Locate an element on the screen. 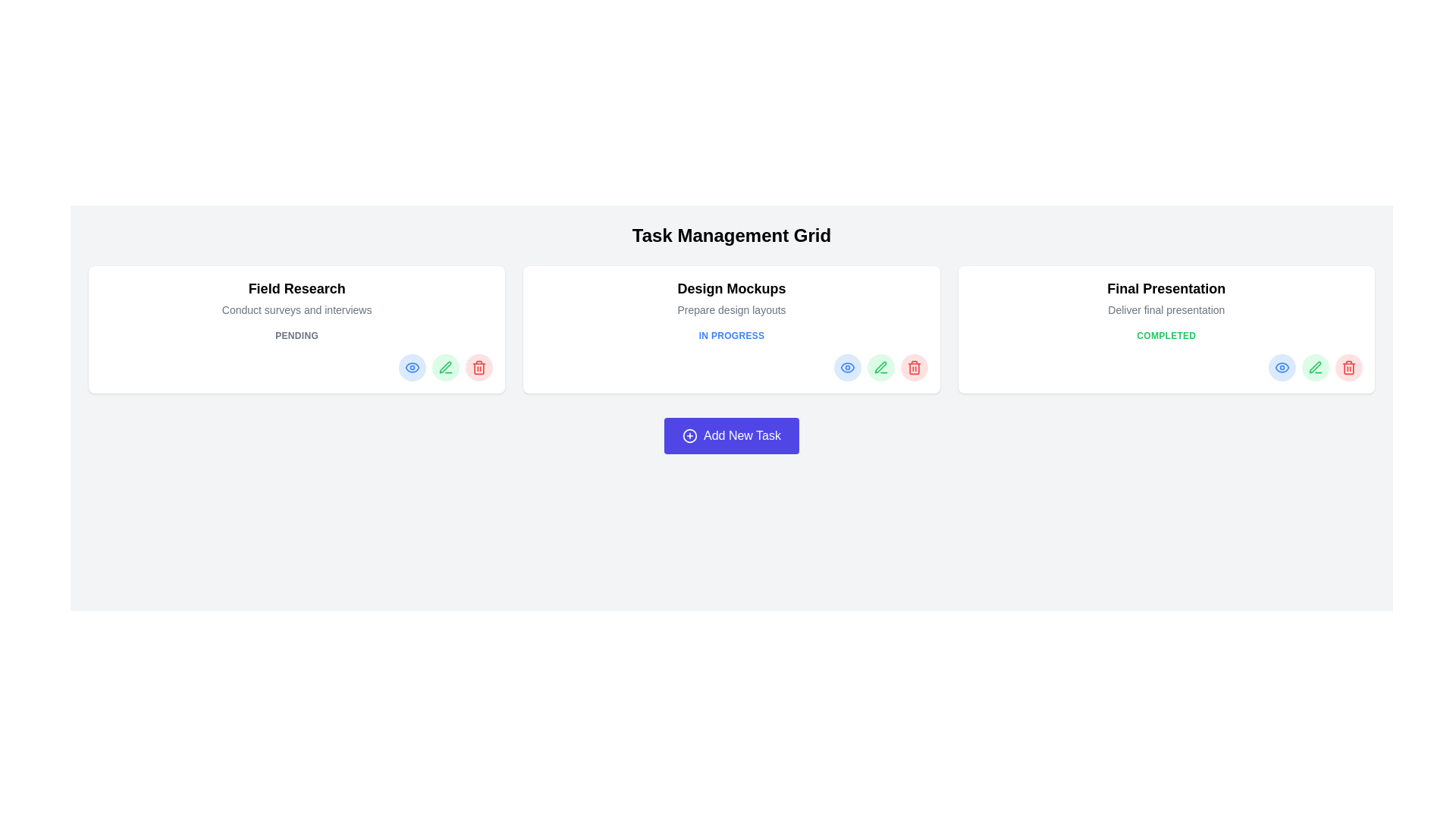 The width and height of the screenshot is (1456, 819). the circular button with a light blue background and an eye icon located in the bottom-right corner of the 'Final Presentation' card in the third column of the task management grid is located at coordinates (1281, 368).